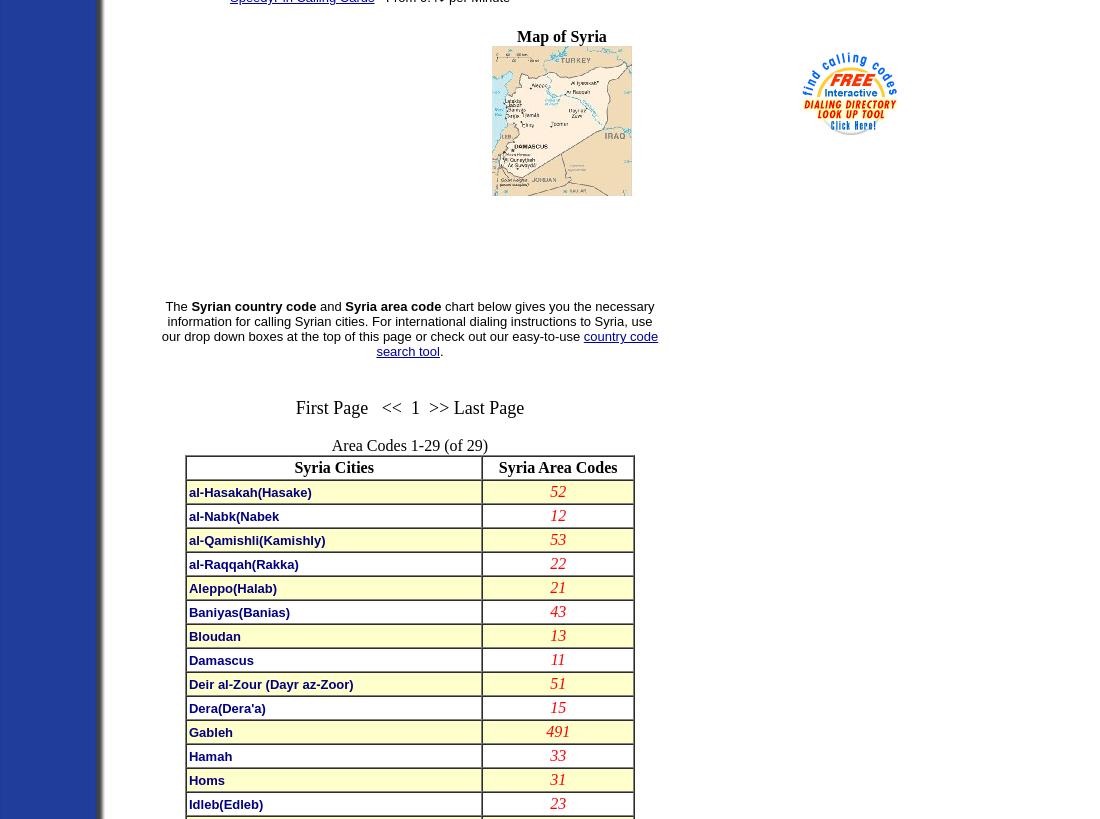 This screenshot has width=1100, height=819. What do you see at coordinates (226, 706) in the screenshot?
I see `'Dera(Dera'a)'` at bounding box center [226, 706].